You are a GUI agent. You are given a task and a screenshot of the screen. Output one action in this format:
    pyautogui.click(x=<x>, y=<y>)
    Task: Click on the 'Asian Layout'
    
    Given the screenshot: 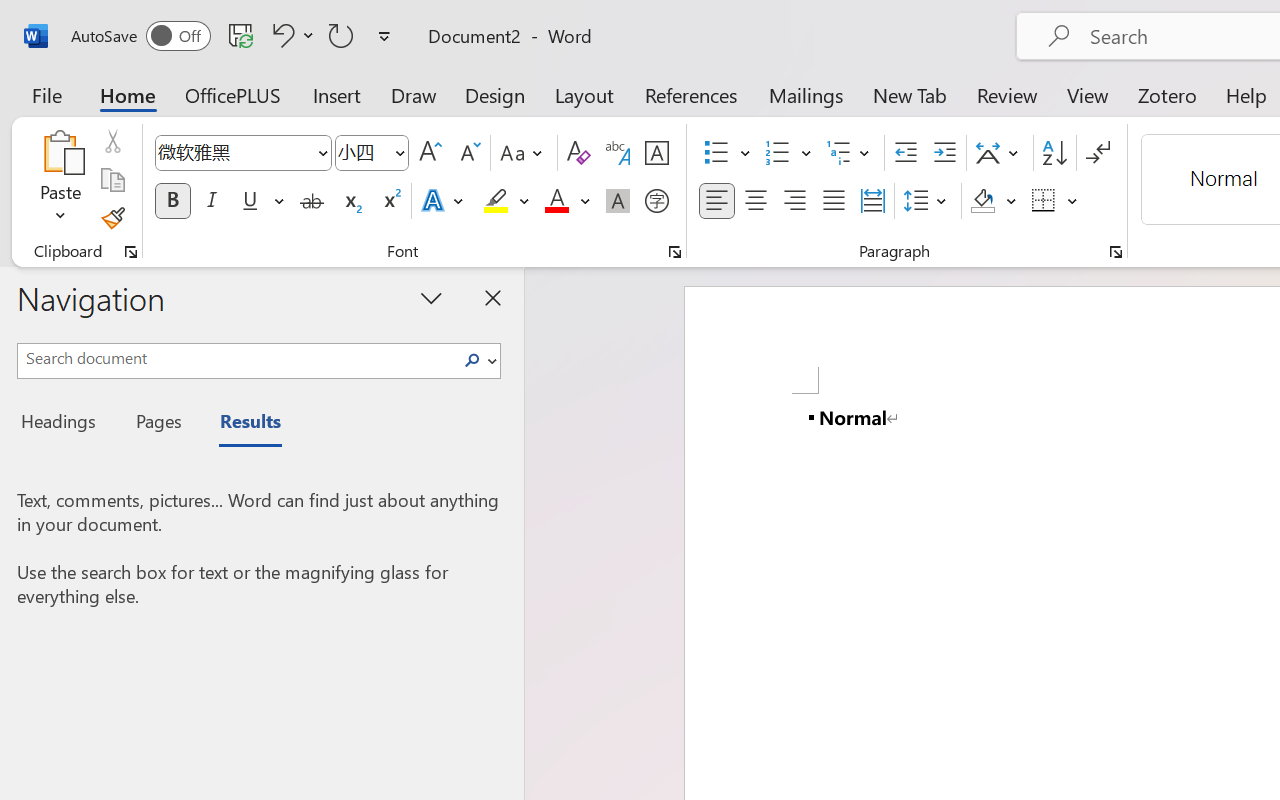 What is the action you would take?
    pyautogui.click(x=1000, y=153)
    